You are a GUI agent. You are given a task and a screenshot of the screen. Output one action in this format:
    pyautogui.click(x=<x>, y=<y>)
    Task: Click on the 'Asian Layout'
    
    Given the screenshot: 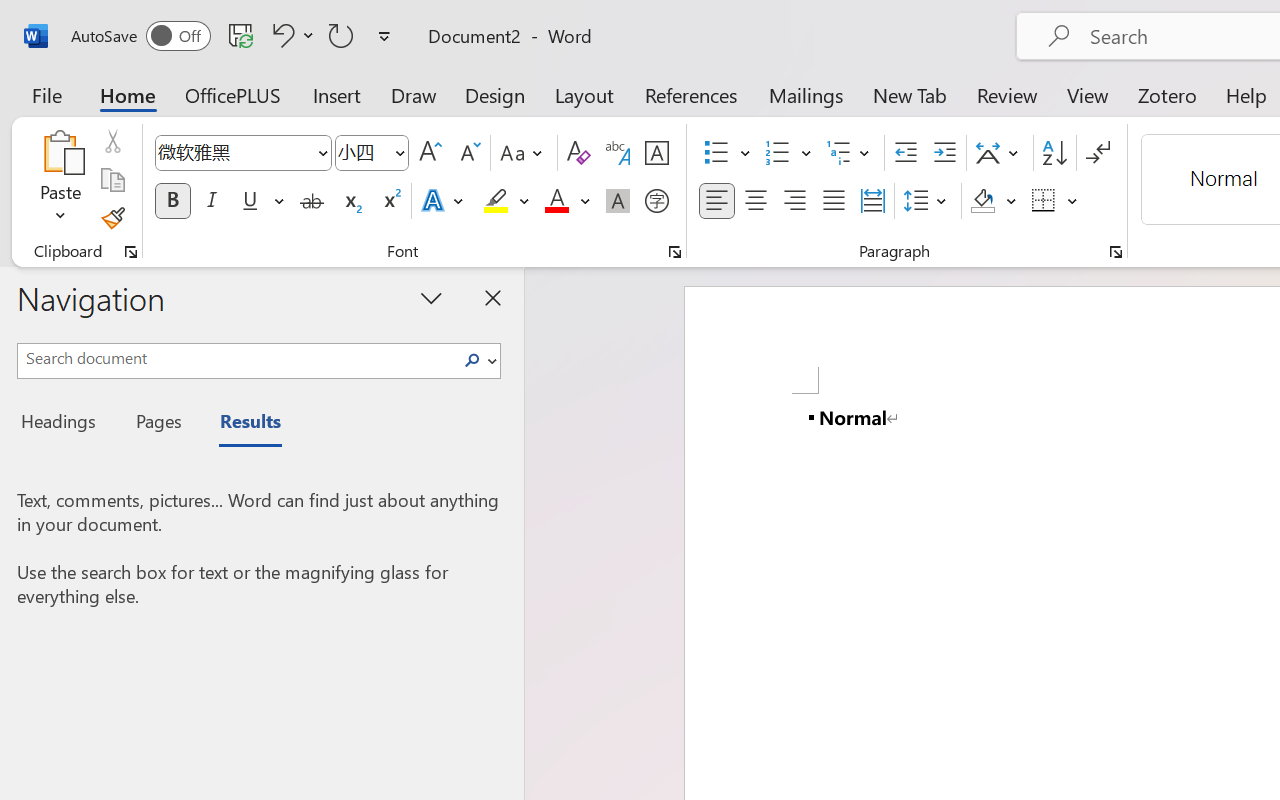 What is the action you would take?
    pyautogui.click(x=1000, y=153)
    